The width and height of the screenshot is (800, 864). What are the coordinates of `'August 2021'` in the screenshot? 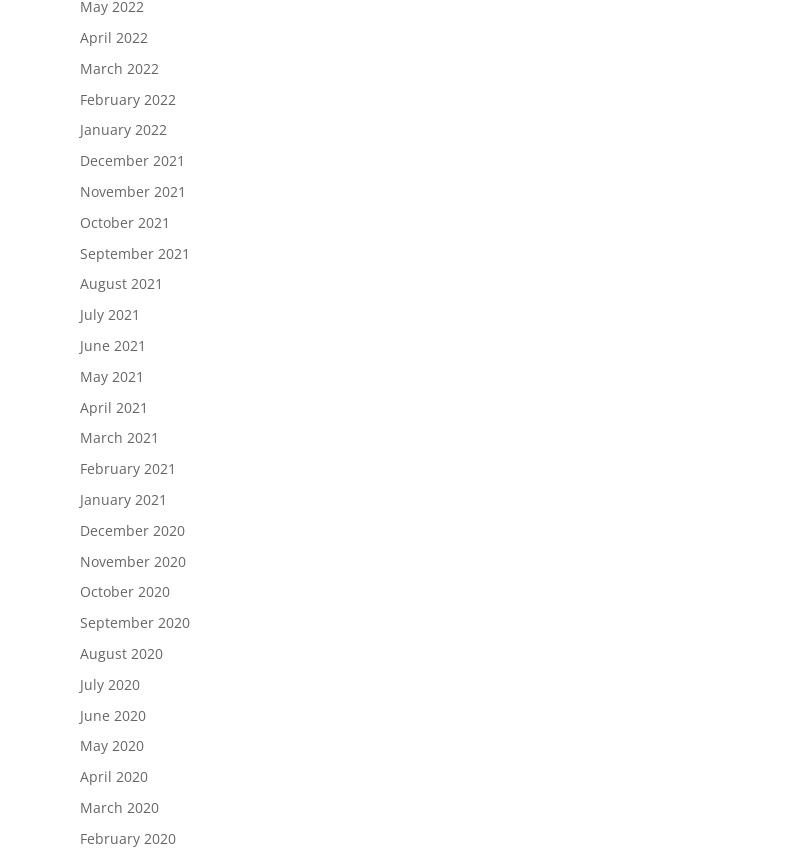 It's located at (120, 283).